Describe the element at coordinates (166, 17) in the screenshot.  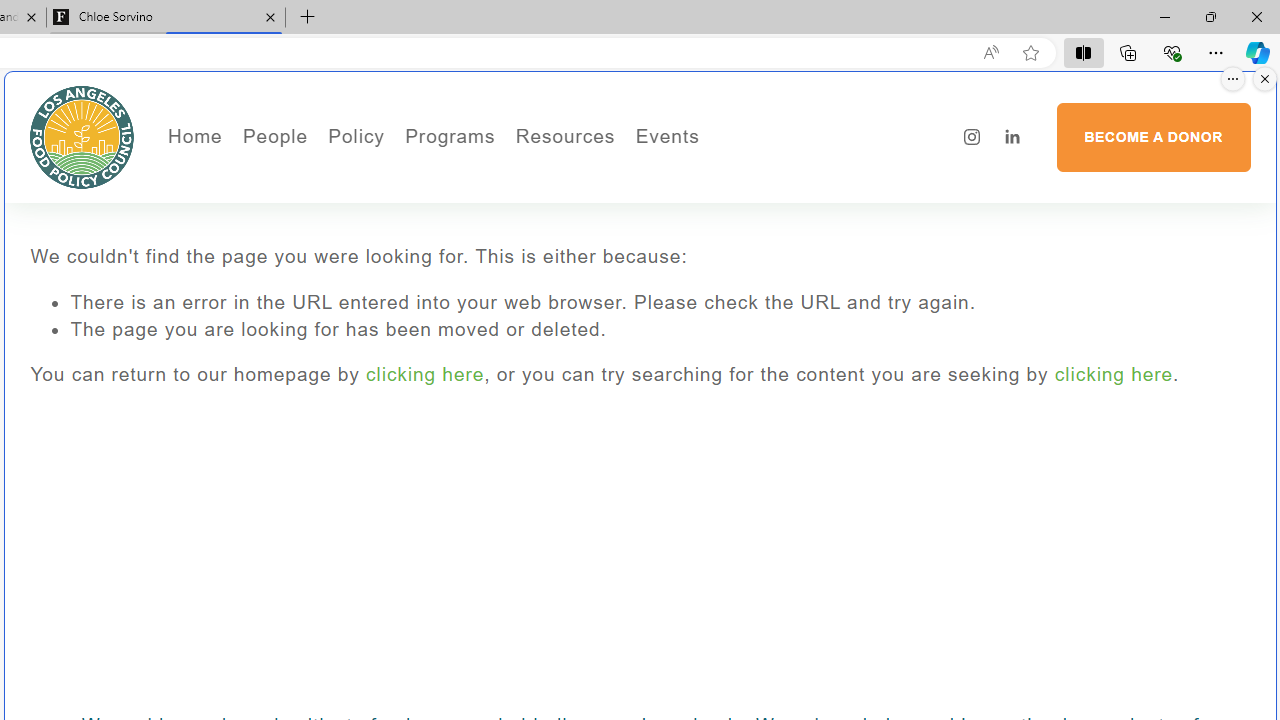
I see `'Chloe Sorvino'` at that location.